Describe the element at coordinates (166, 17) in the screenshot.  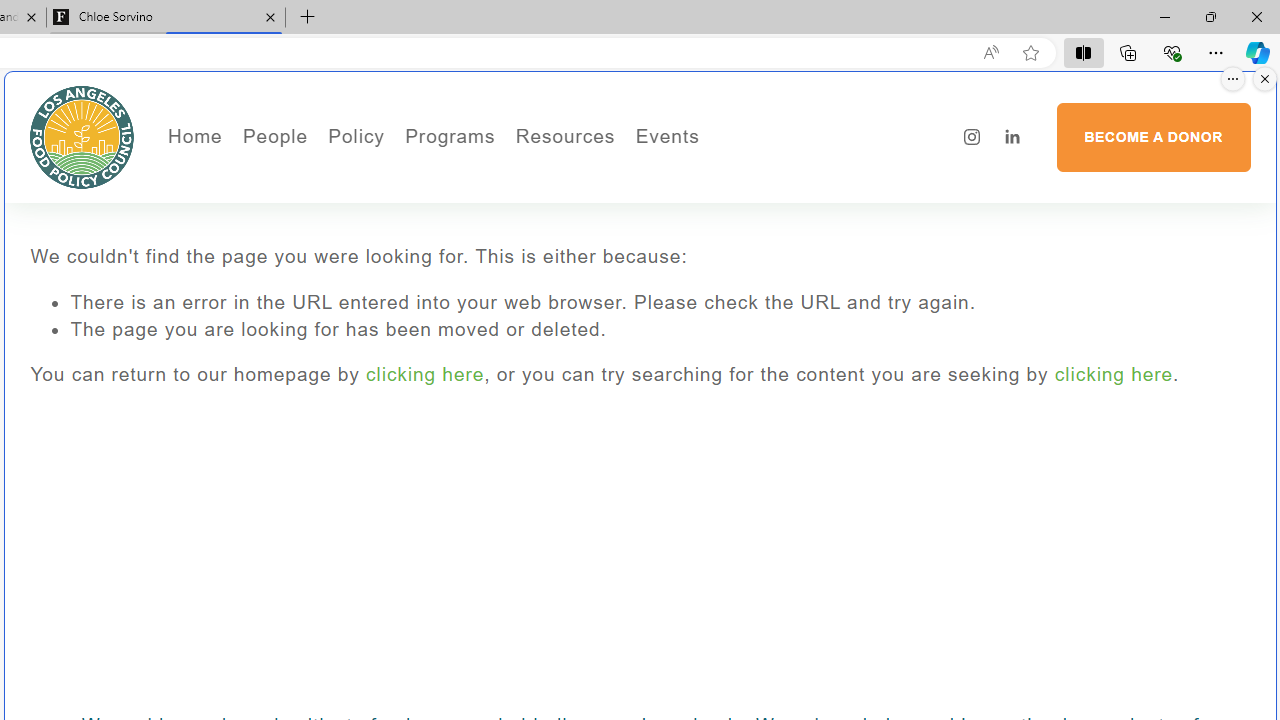
I see `'Chloe Sorvino'` at that location.